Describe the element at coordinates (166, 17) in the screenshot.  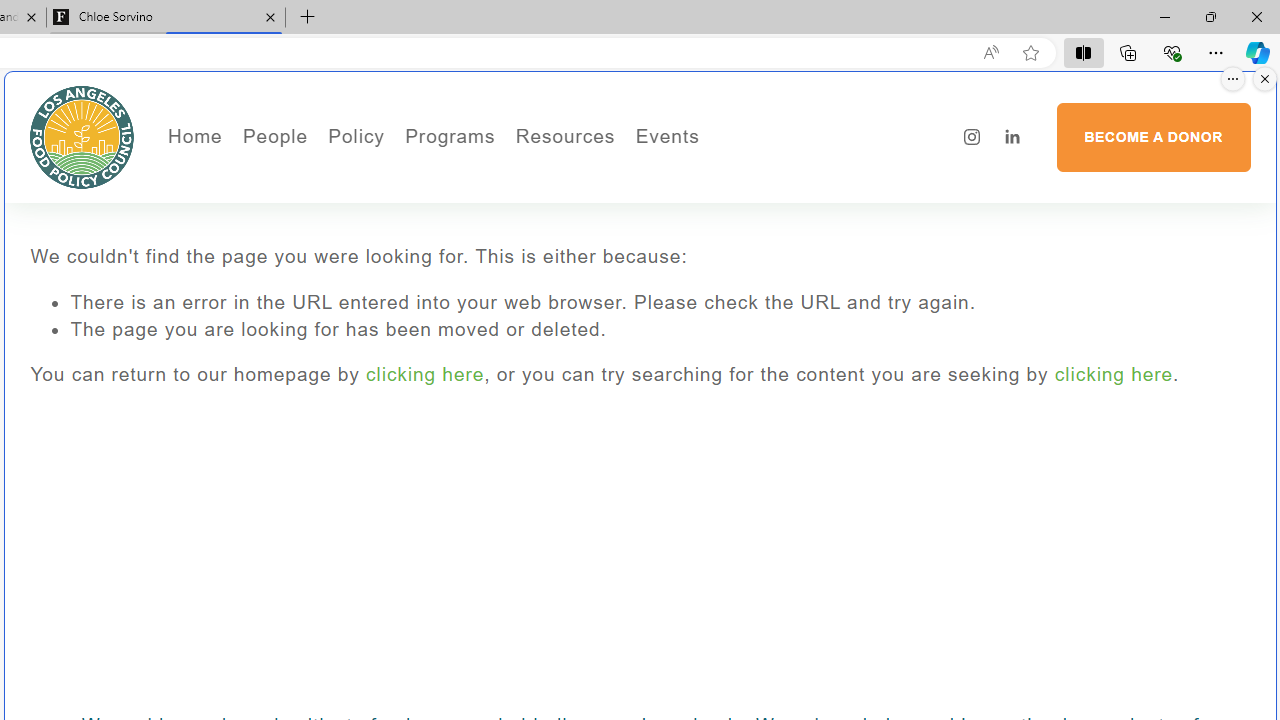
I see `'Chloe Sorvino'` at that location.